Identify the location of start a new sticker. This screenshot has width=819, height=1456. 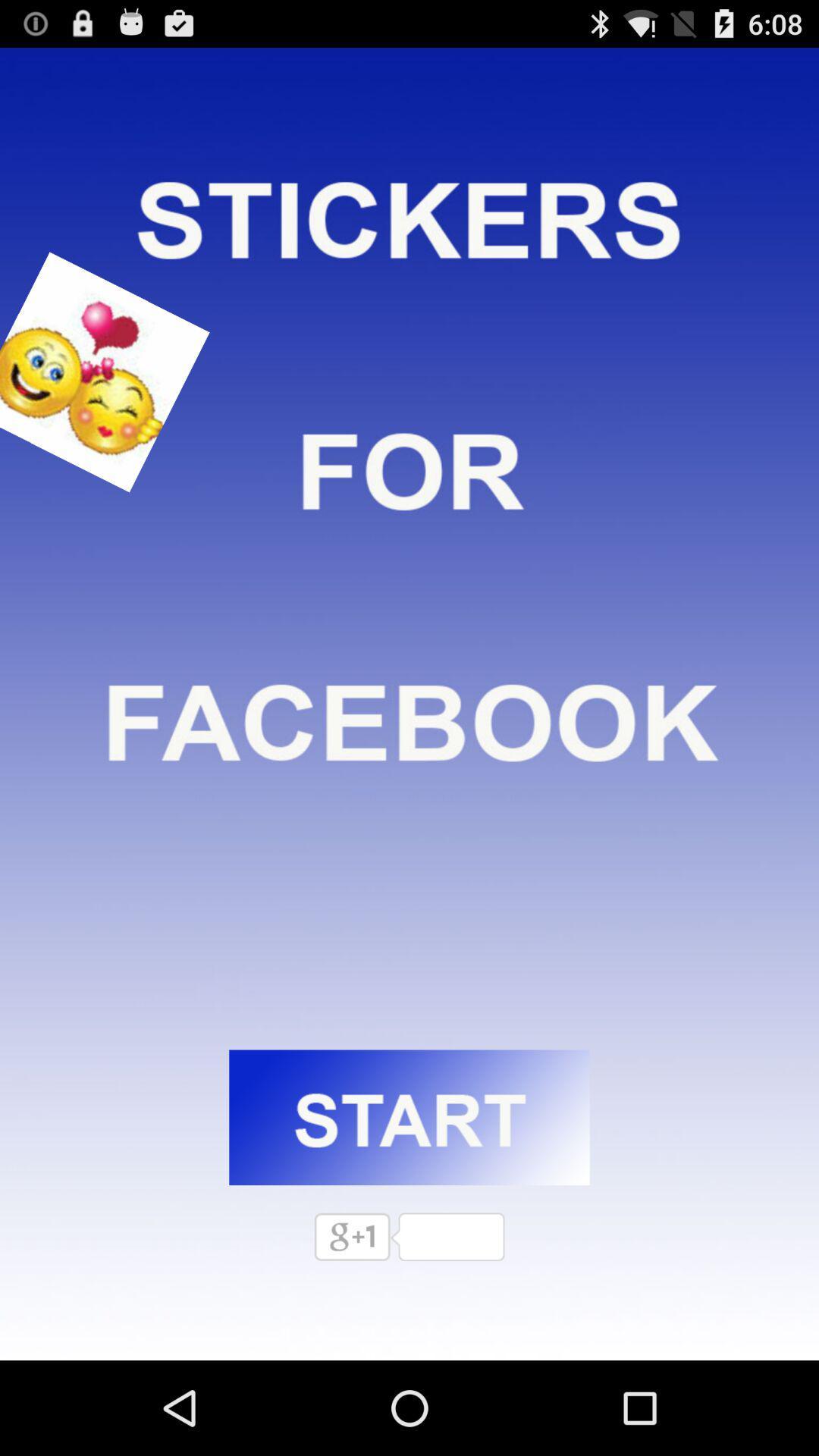
(409, 1117).